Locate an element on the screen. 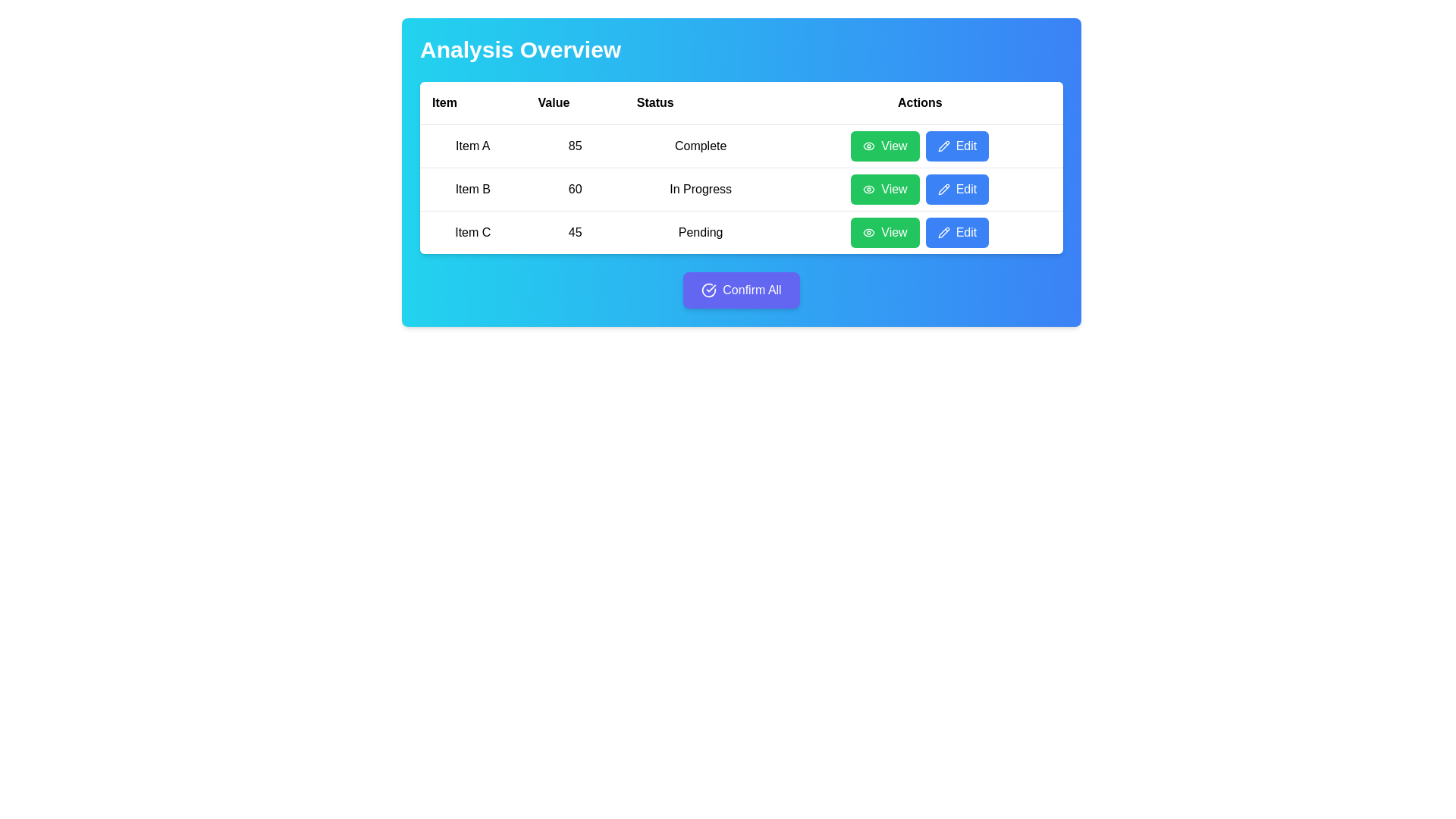  the text element reading 'Item B', which is located in the second row of the table under the 'Item' column is located at coordinates (472, 189).